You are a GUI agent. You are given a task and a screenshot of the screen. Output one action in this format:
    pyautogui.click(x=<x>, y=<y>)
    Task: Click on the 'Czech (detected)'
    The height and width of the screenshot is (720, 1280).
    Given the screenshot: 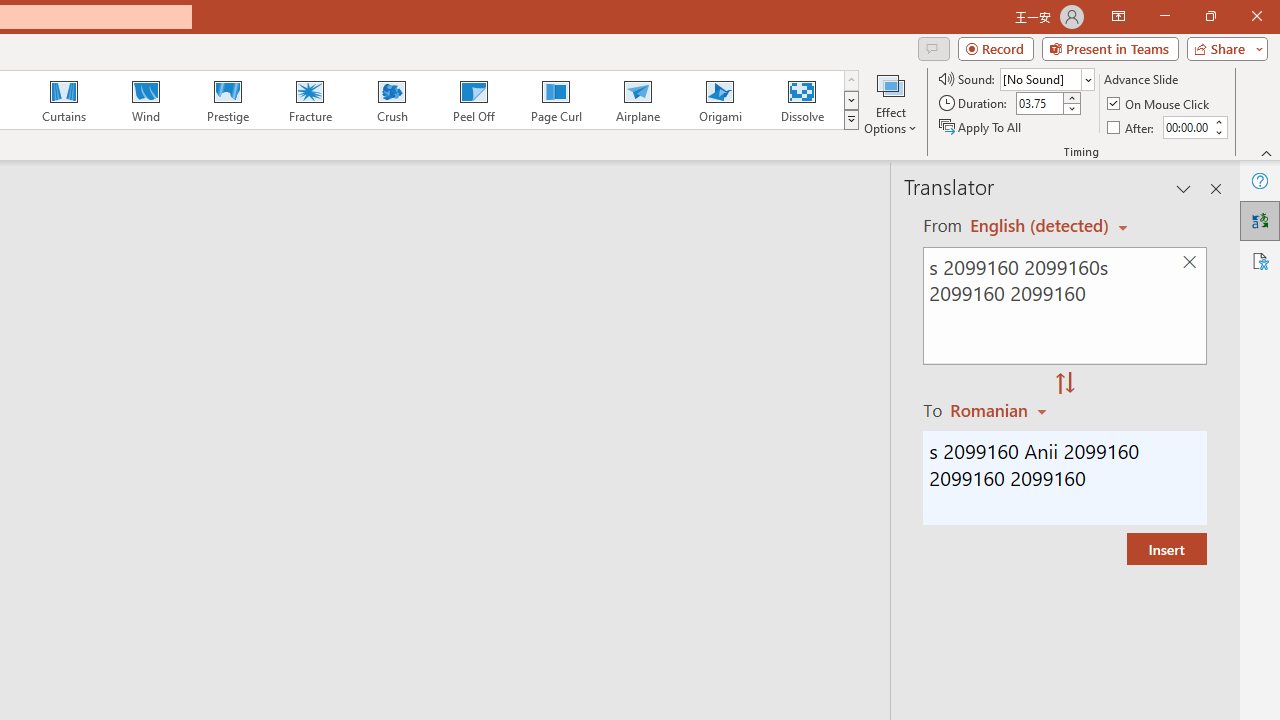 What is the action you would take?
    pyautogui.click(x=1040, y=225)
    